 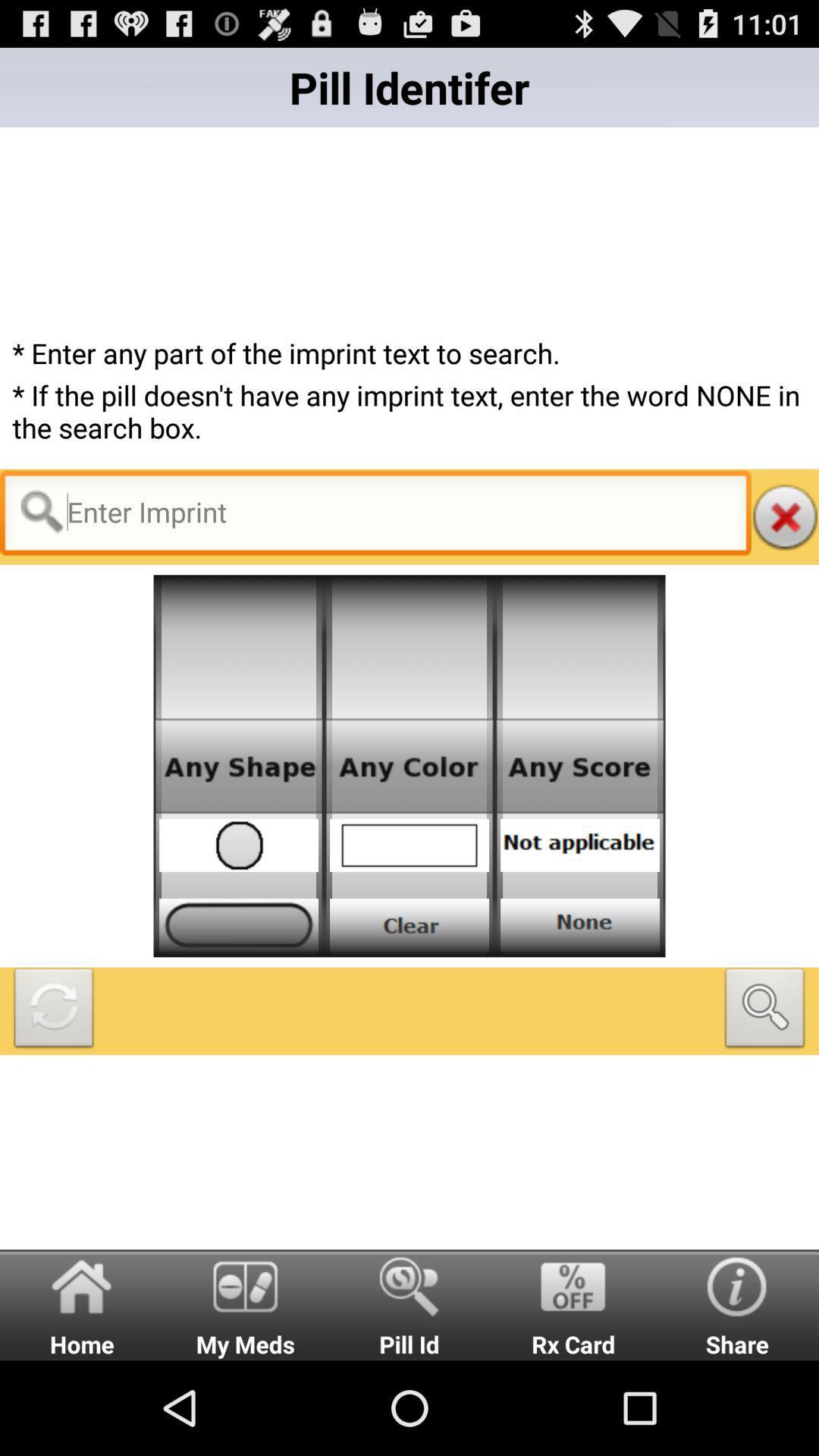 I want to click on the search icon, so click(x=764, y=1081).